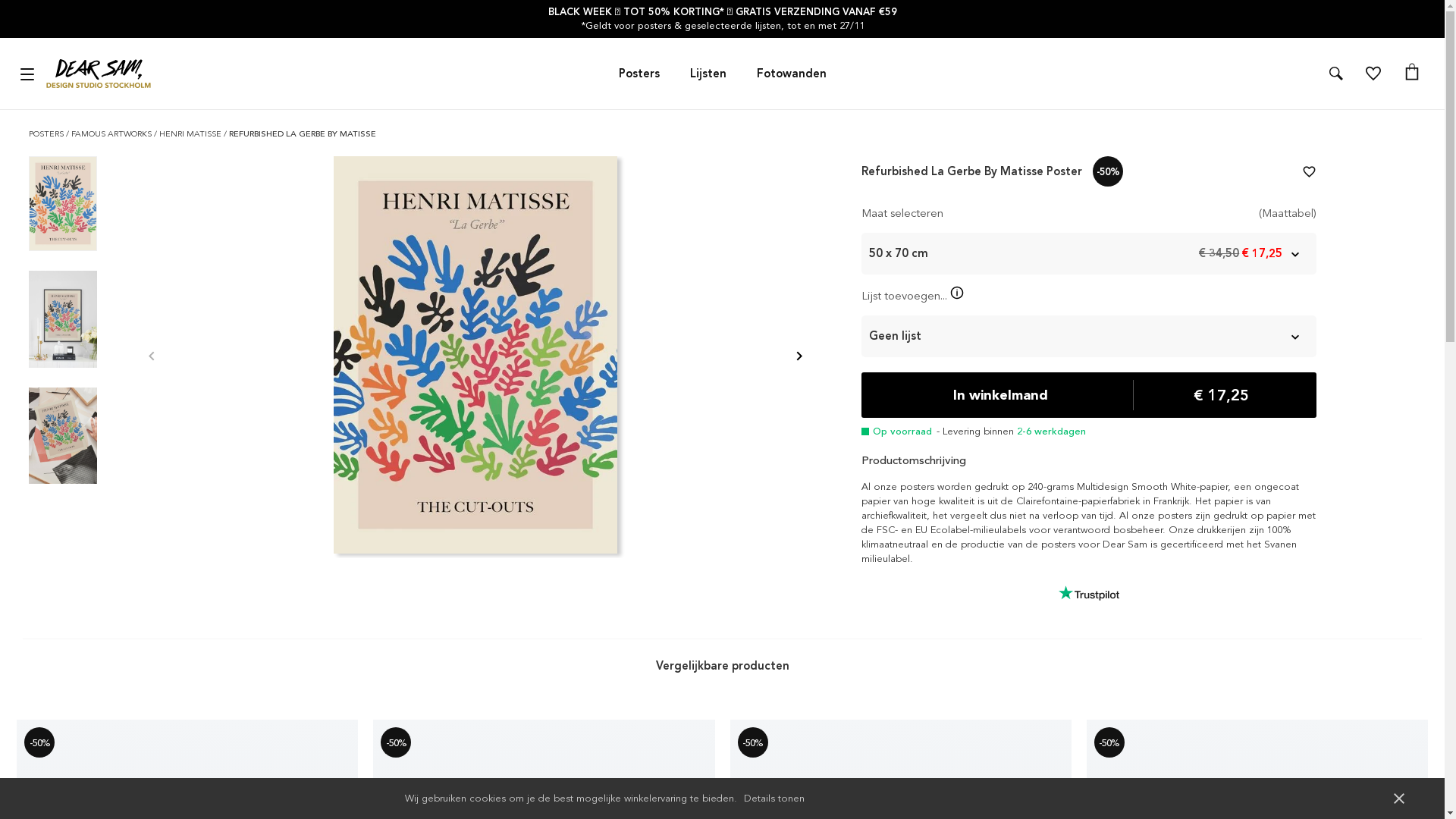 This screenshot has height=819, width=1456. Describe the element at coordinates (743, 797) in the screenshot. I see `'Details tonen'` at that location.